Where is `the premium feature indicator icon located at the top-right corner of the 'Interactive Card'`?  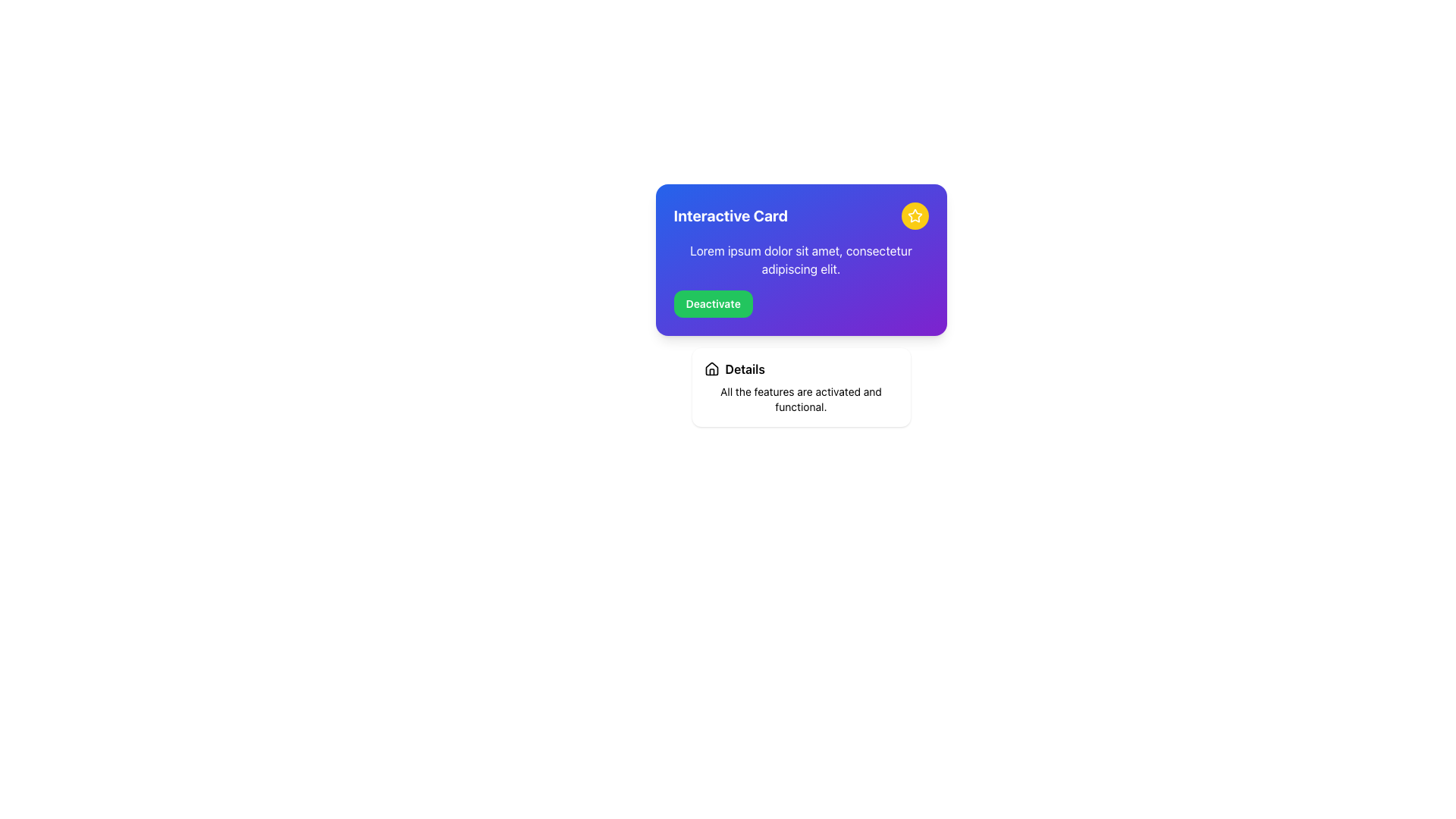 the premium feature indicator icon located at the top-right corner of the 'Interactive Card' is located at coordinates (914, 215).